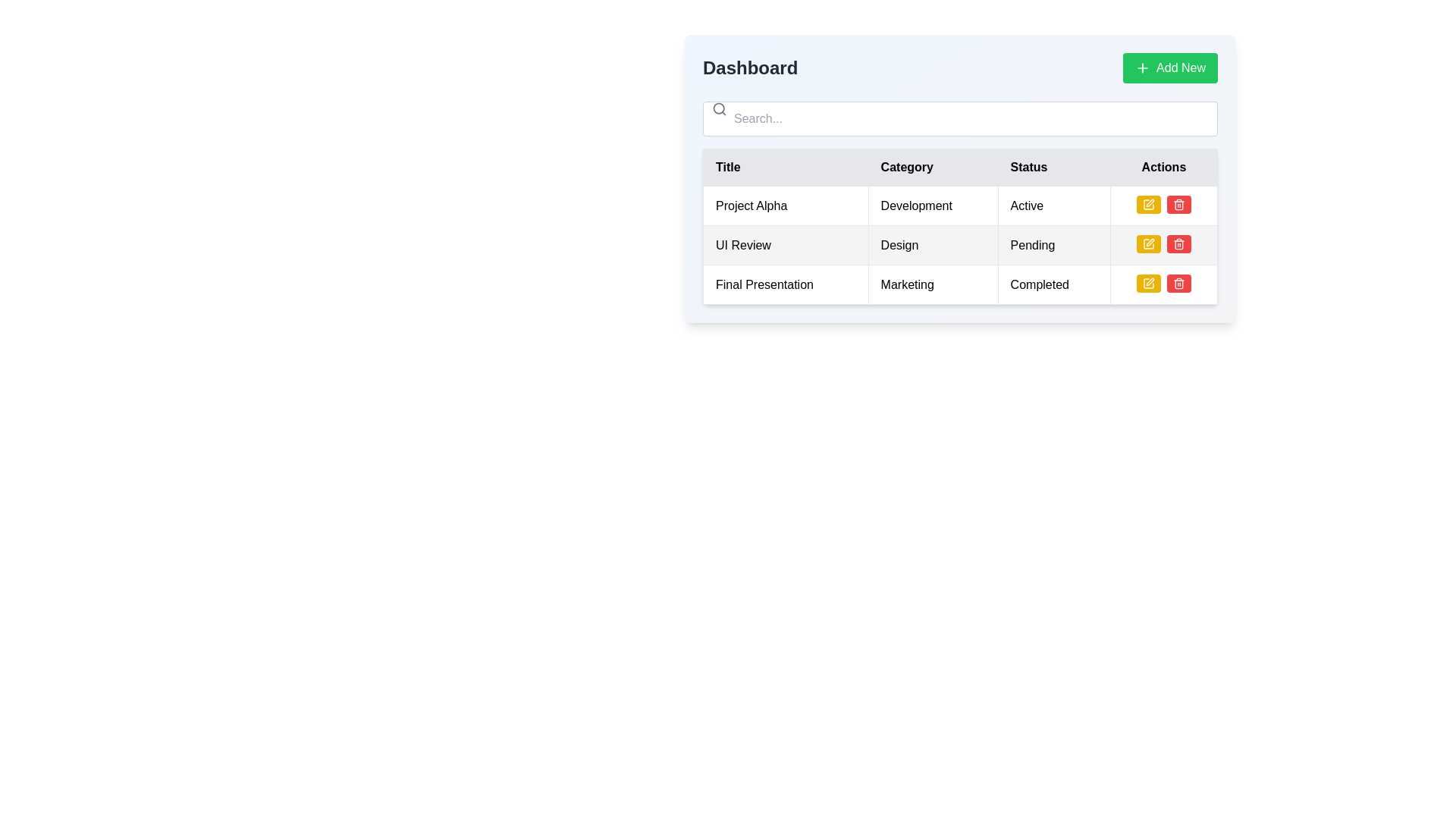 The width and height of the screenshot is (1456, 819). Describe the element at coordinates (1150, 202) in the screenshot. I see `the 'edit' icon located in the last column of the second row in the 'Actions' table` at that location.